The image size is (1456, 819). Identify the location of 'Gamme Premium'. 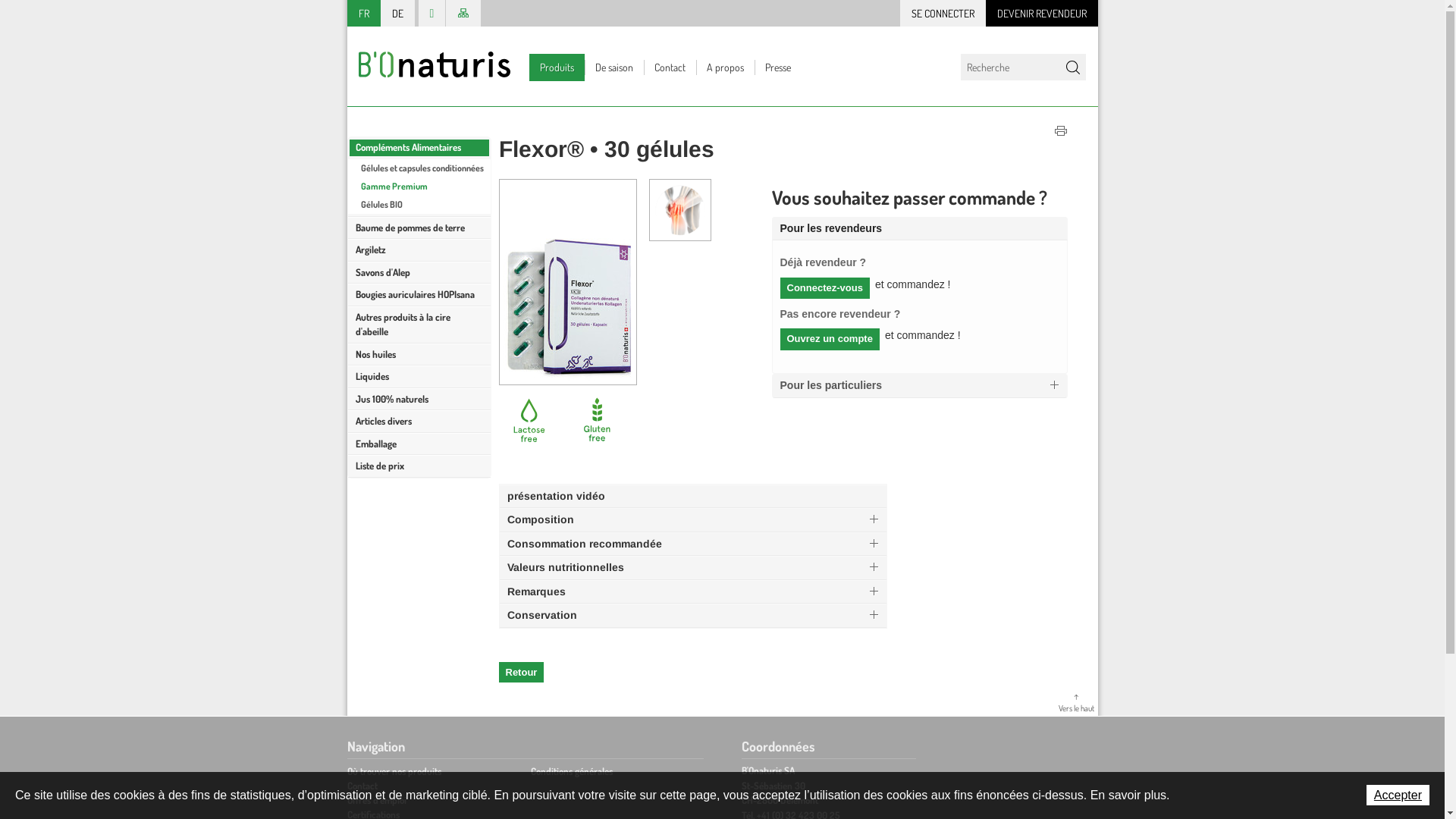
(419, 185).